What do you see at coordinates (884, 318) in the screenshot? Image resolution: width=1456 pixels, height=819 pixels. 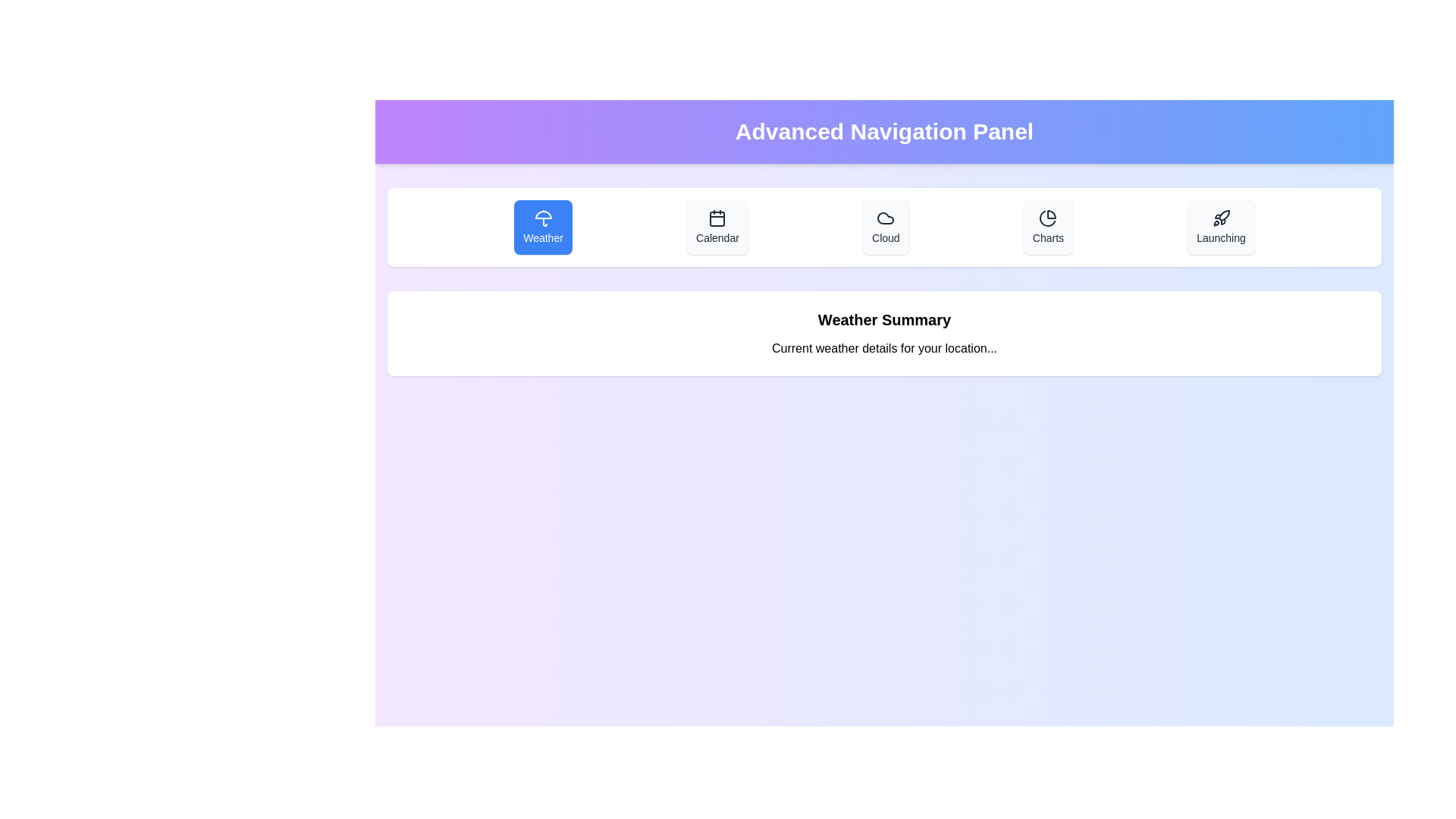 I see `the bold text header 'Weather Summary'` at bounding box center [884, 318].